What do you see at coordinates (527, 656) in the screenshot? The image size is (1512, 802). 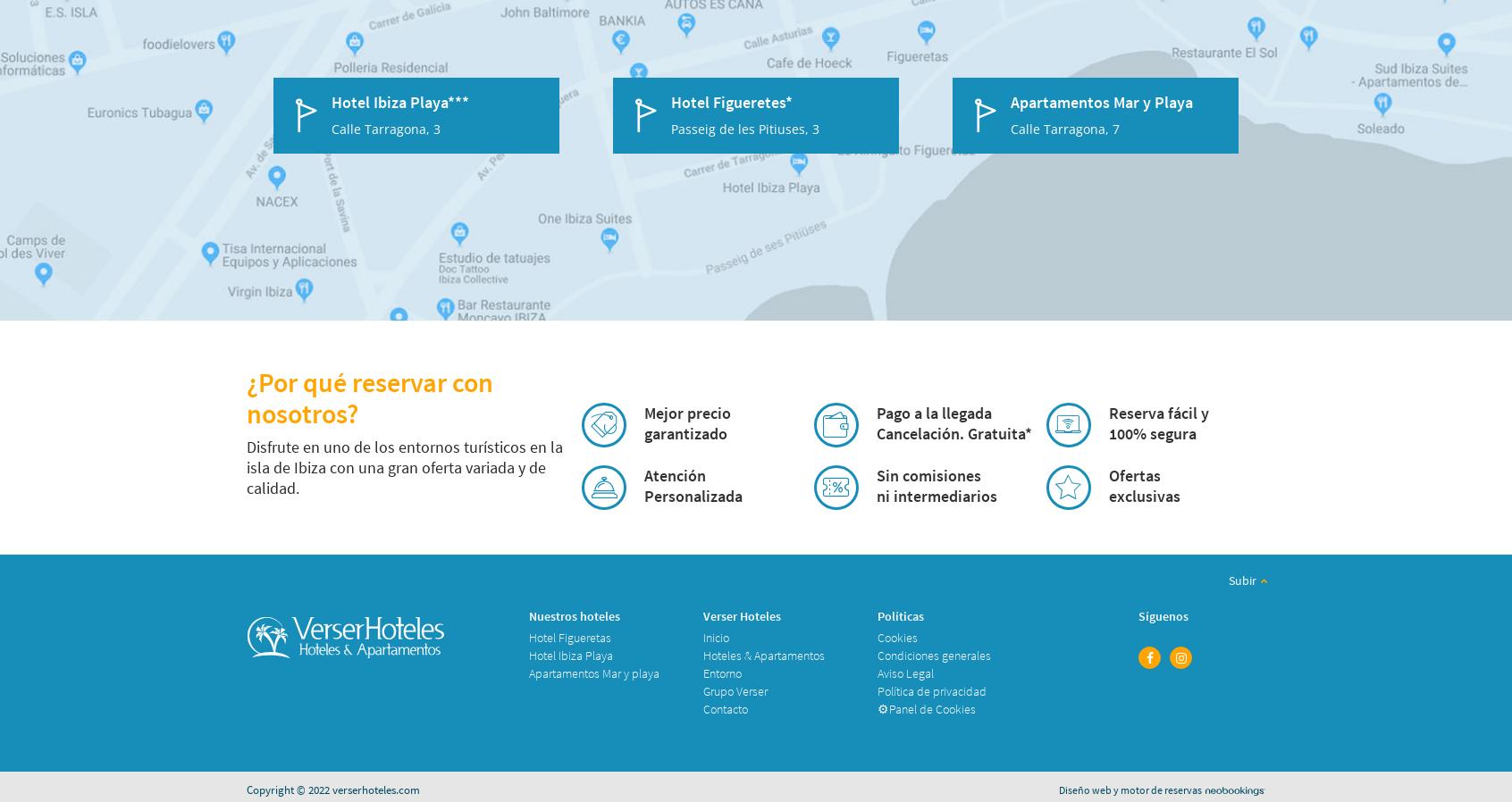 I see `'Hotel Ibiza Playa'` at bounding box center [527, 656].